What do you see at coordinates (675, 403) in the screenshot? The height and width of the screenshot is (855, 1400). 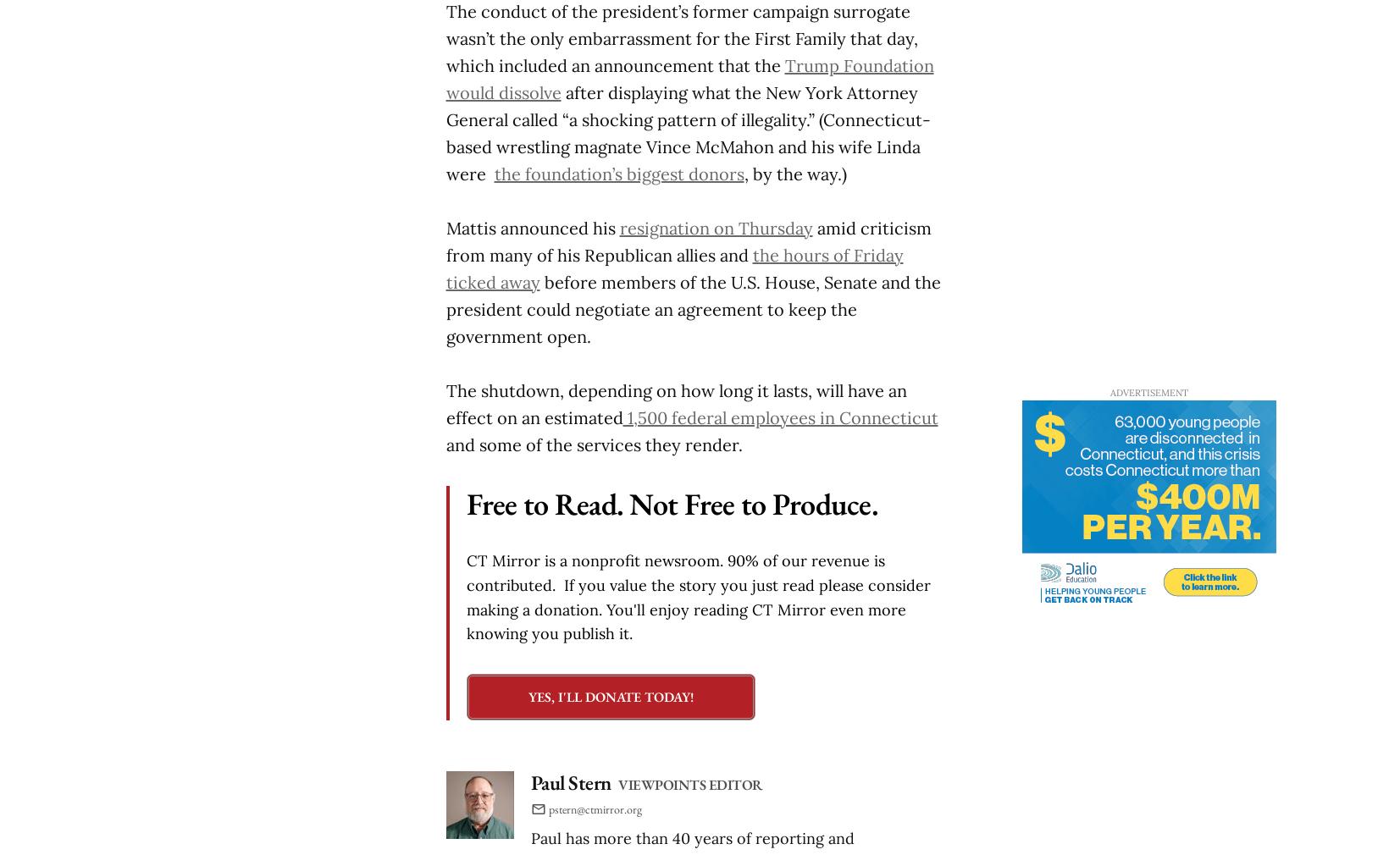 I see `'The shutdown, depending on how long it lasts, will have an effect on an estimated'` at bounding box center [675, 403].